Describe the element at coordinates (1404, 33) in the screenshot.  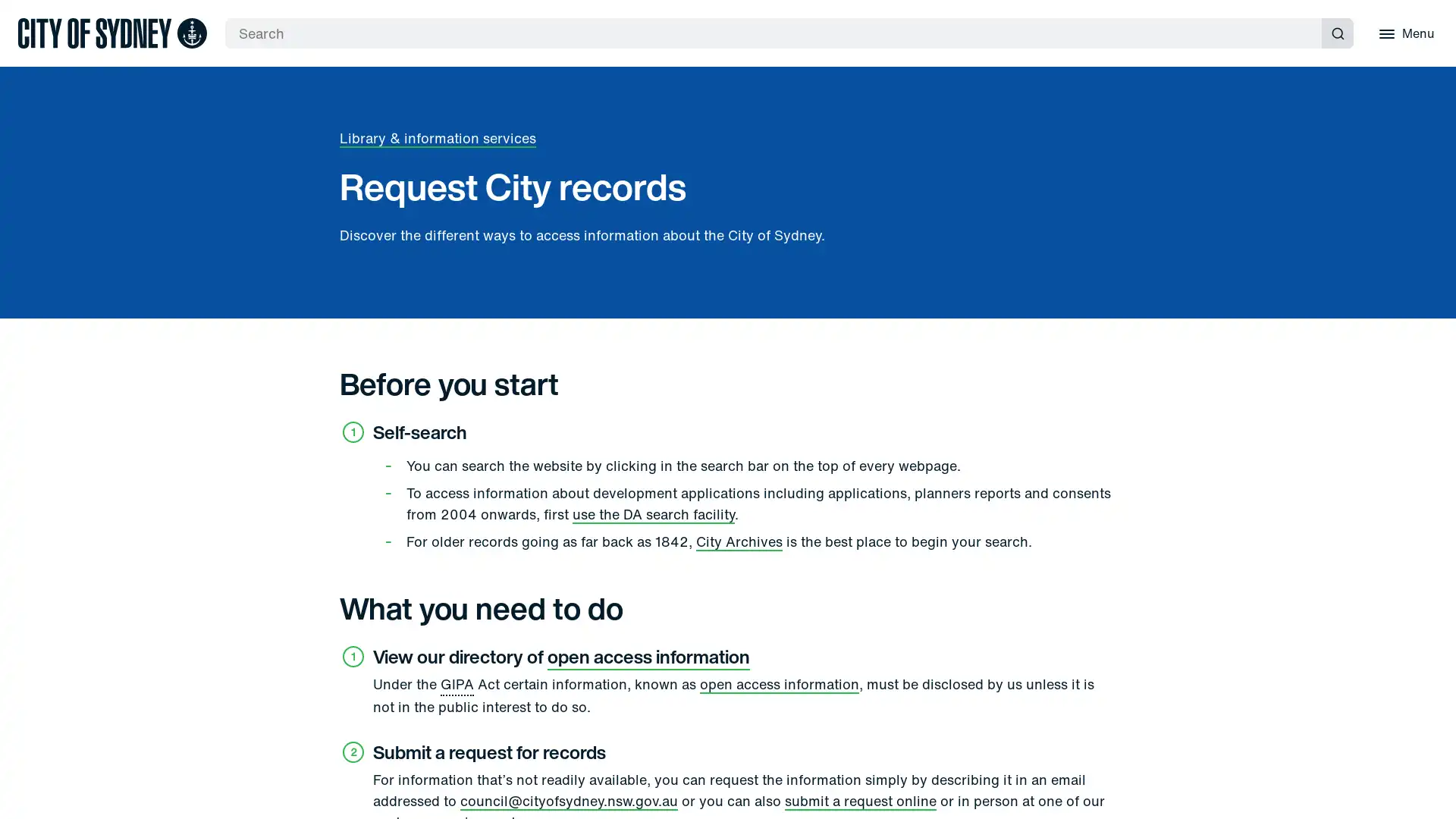
I see `Menu` at that location.